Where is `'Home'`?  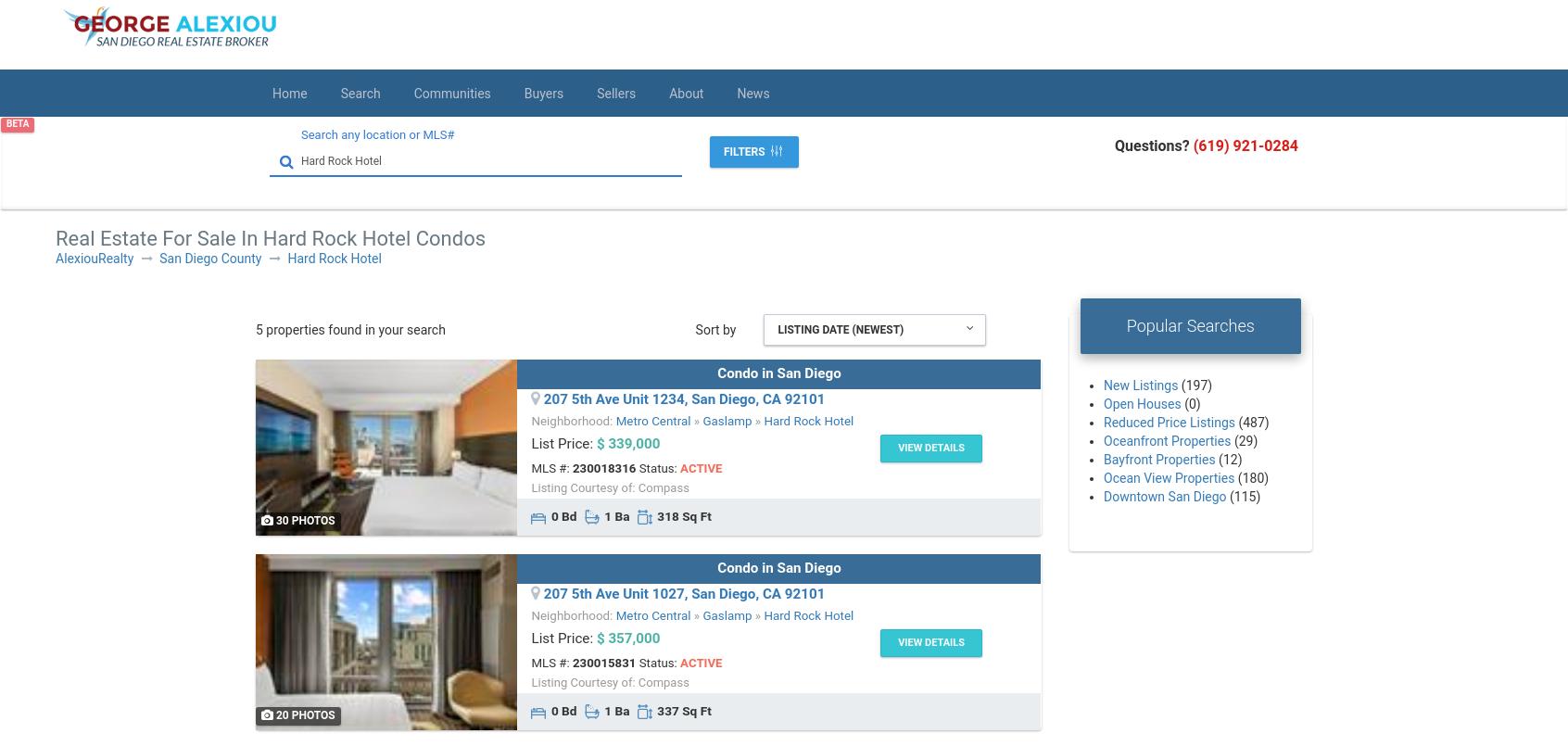 'Home' is located at coordinates (288, 93).